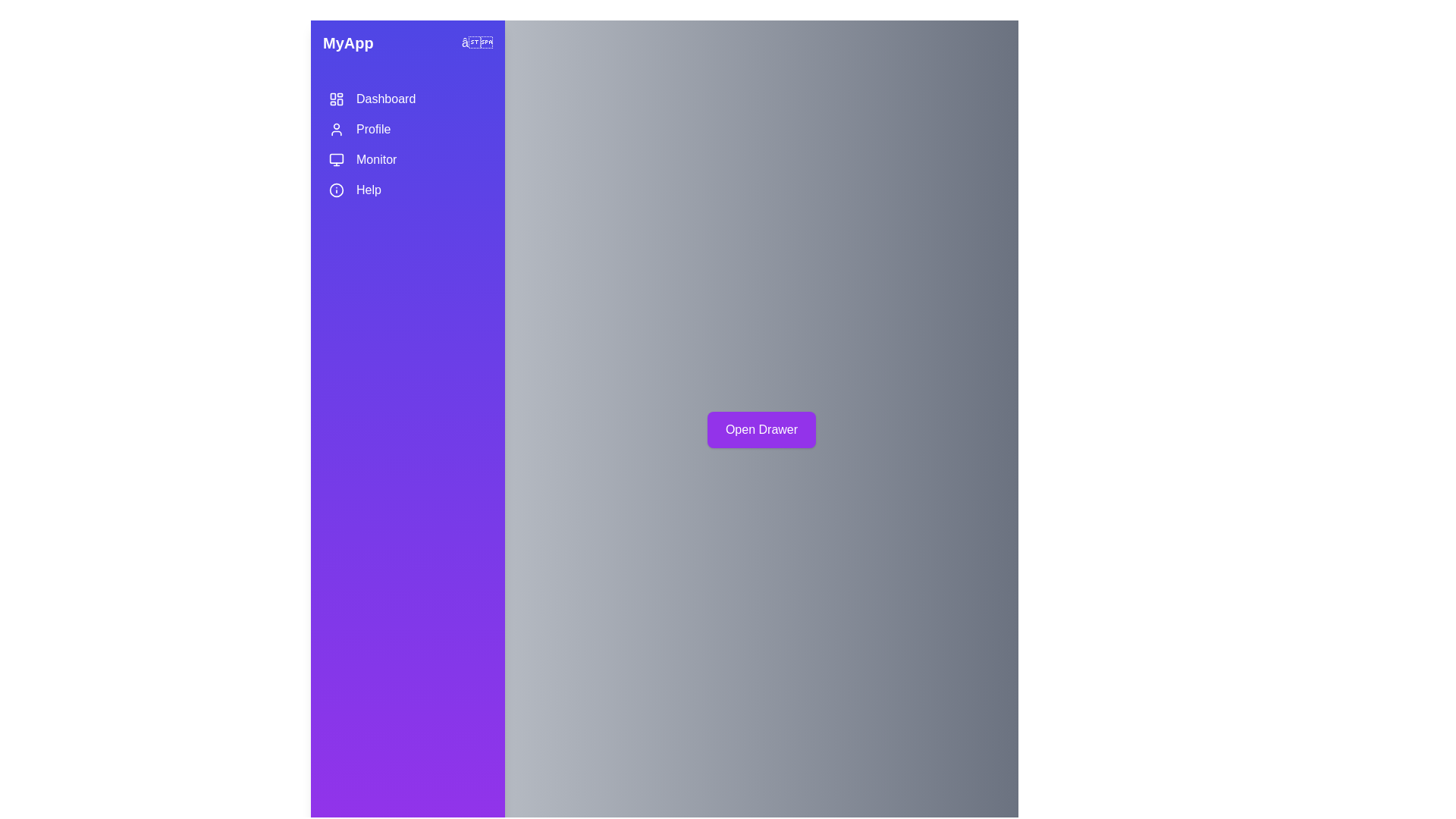  I want to click on the menu item Dashboard by clicking on it, so click(407, 99).